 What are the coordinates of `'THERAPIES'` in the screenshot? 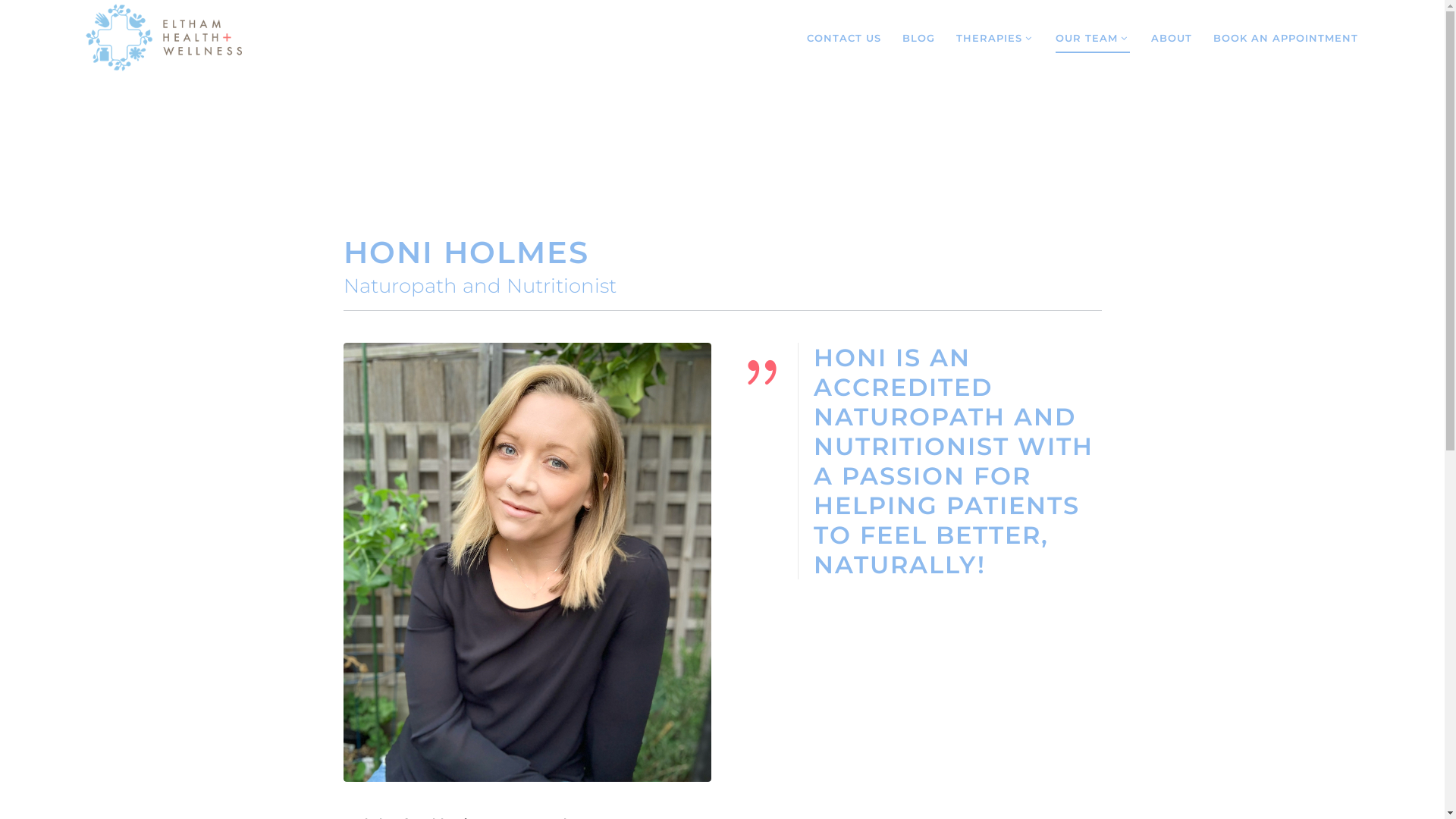 It's located at (995, 37).